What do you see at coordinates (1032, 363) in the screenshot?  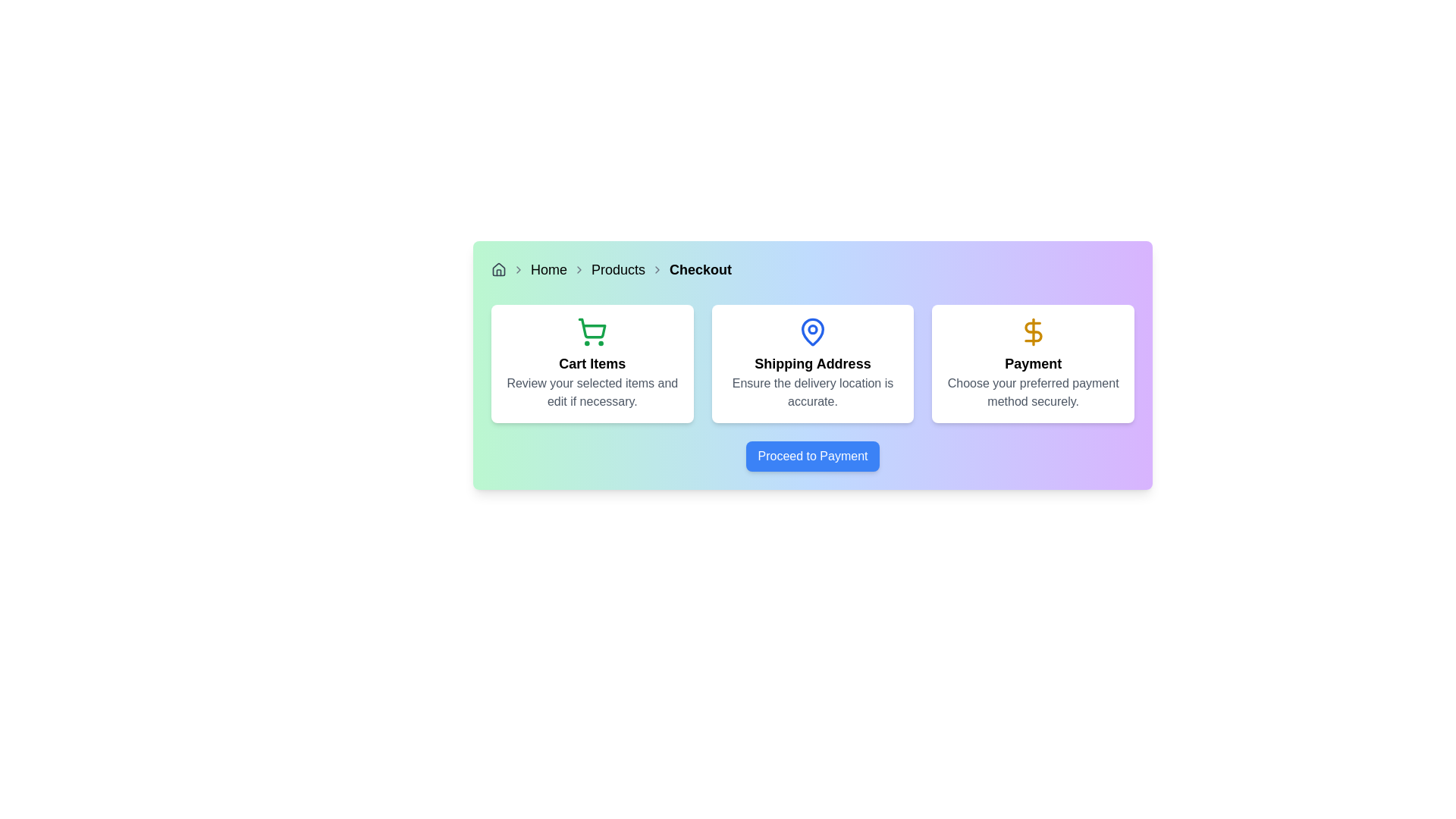 I see `the Information Card, which is styled with a white background, shadow effect, and rounded corners, containing a yellow dollar sign icon at the top and a bold 'Payment' title beneath it` at bounding box center [1032, 363].